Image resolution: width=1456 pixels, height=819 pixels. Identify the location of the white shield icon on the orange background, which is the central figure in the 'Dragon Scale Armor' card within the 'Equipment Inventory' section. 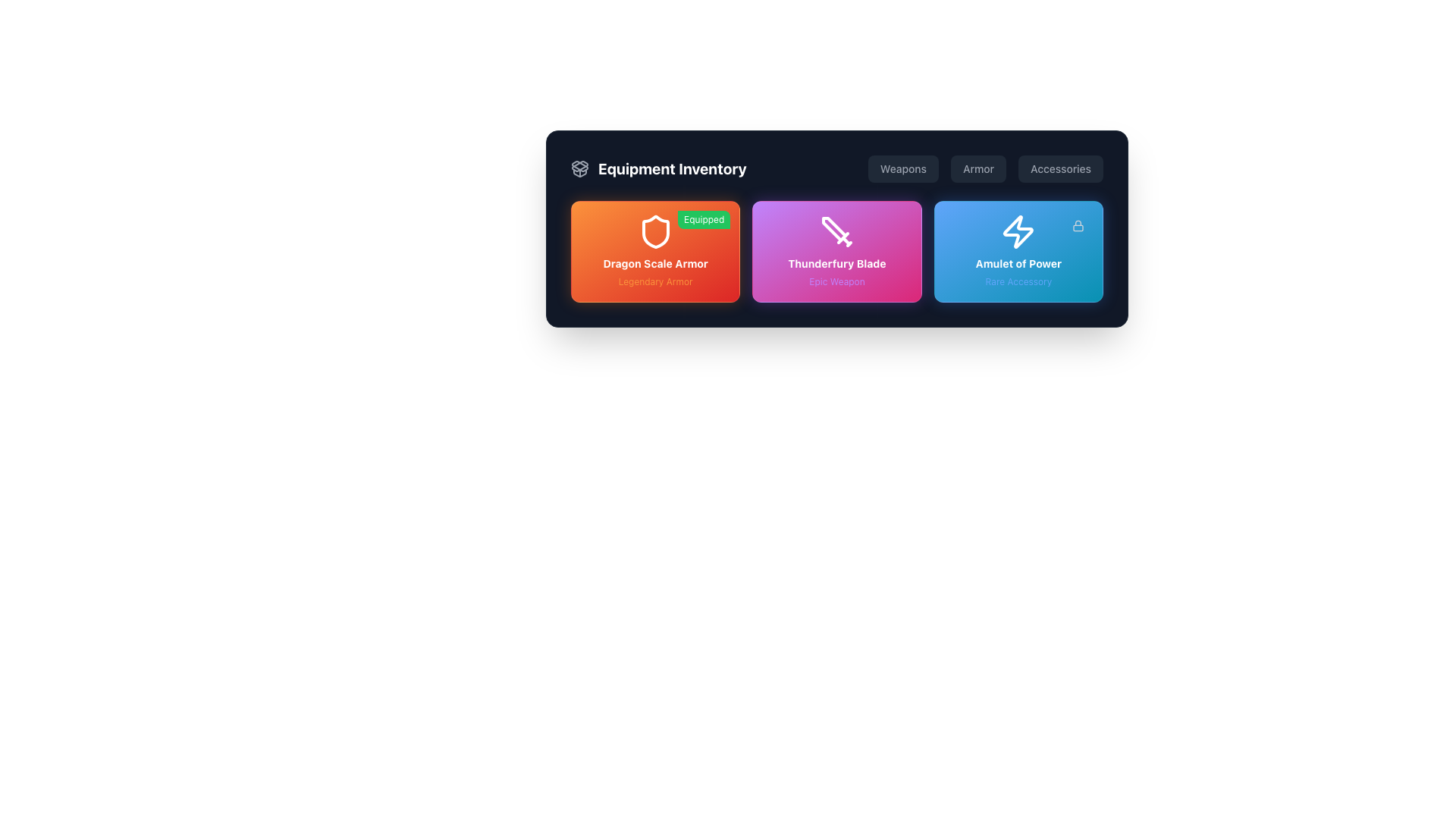
(655, 231).